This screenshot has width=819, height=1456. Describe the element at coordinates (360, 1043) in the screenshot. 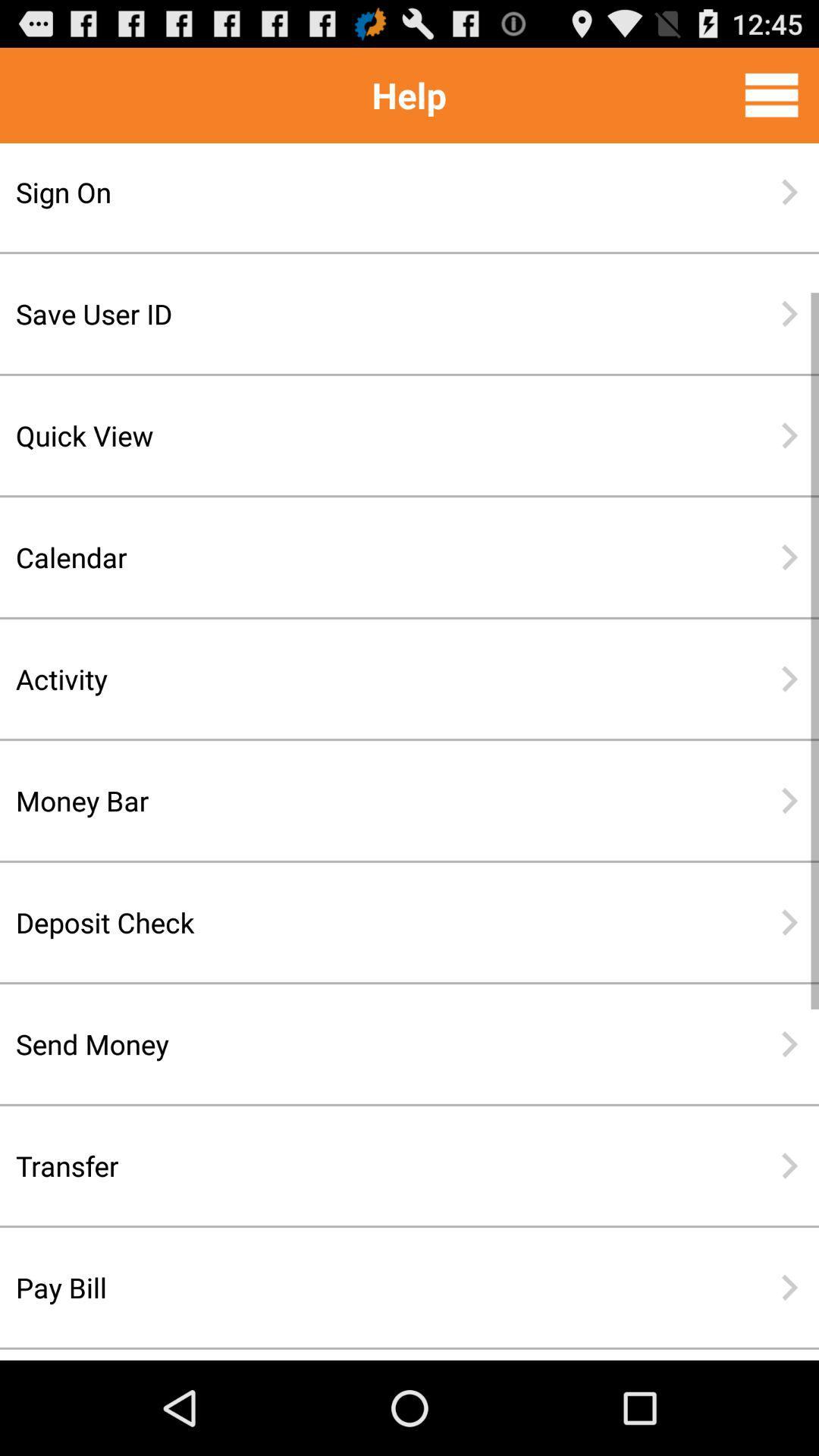

I see `the icon below the deposit check` at that location.